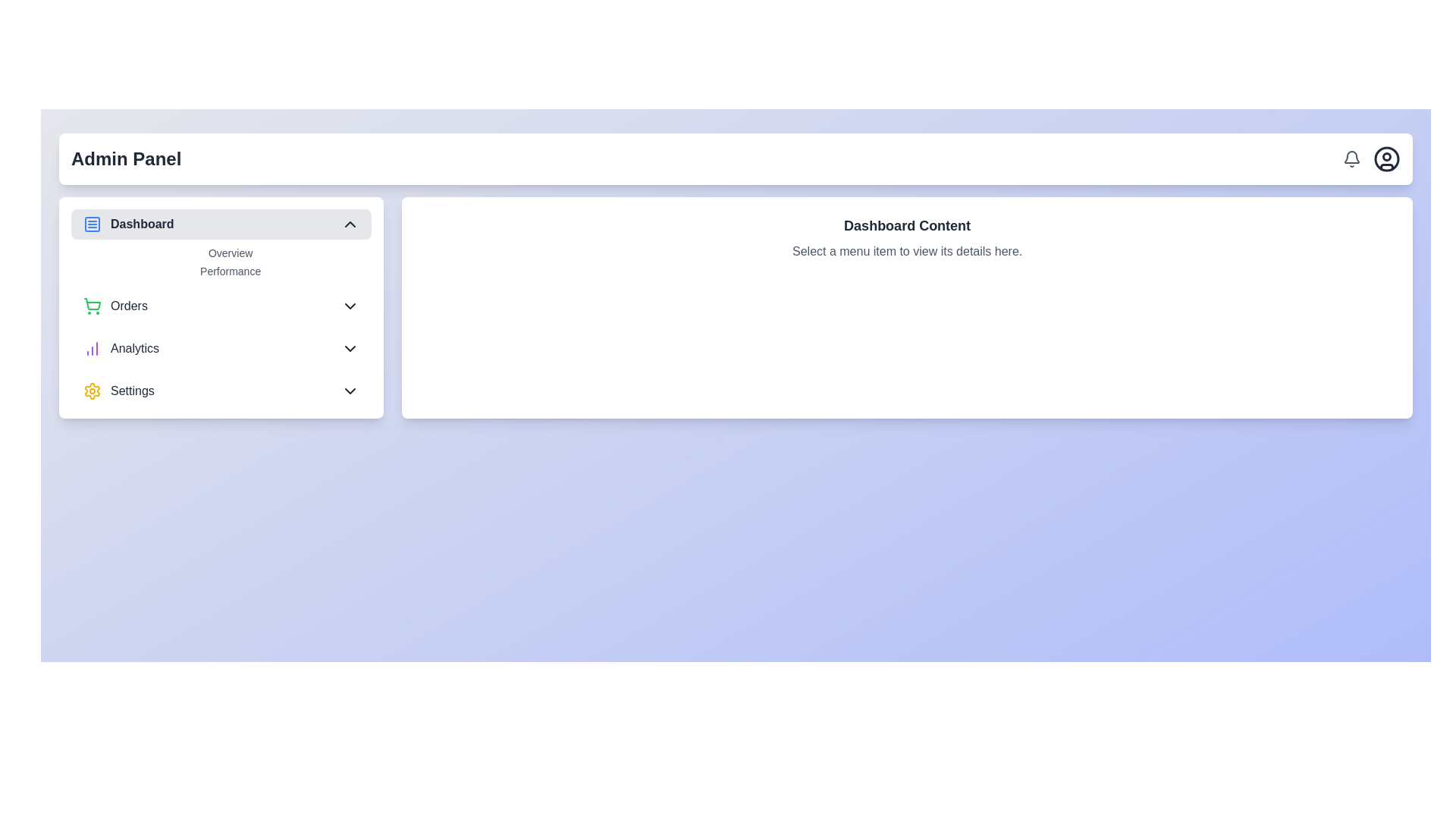  I want to click on the 'Orders' menu item in the left-side menu under the 'Dashboard' section, so click(129, 306).